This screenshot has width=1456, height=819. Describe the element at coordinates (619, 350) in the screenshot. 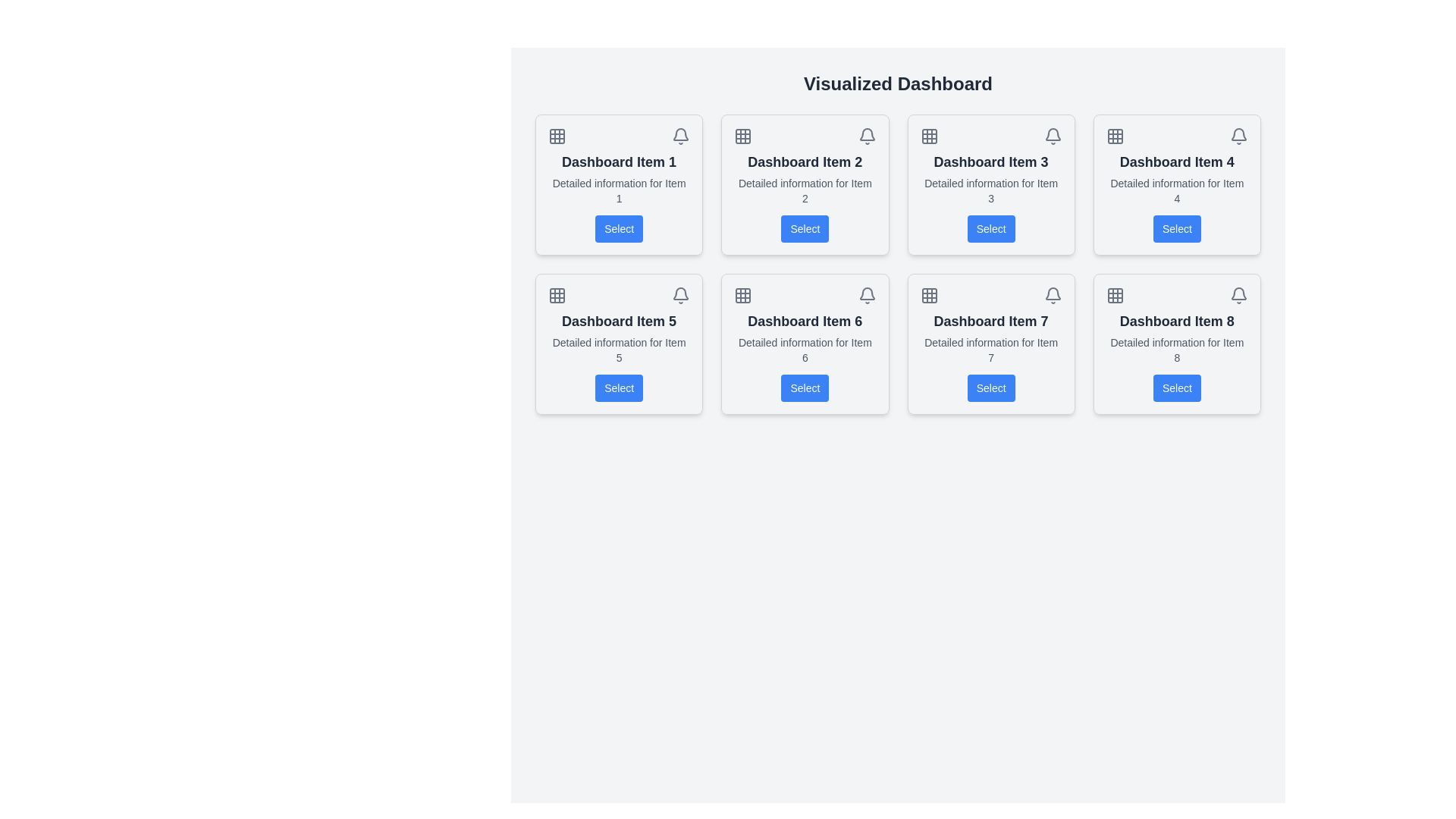

I see `the text component displaying 'Detailed information for Item 5', which is styled in gray and located beneath the heading 'Dashboard Item 5'` at that location.